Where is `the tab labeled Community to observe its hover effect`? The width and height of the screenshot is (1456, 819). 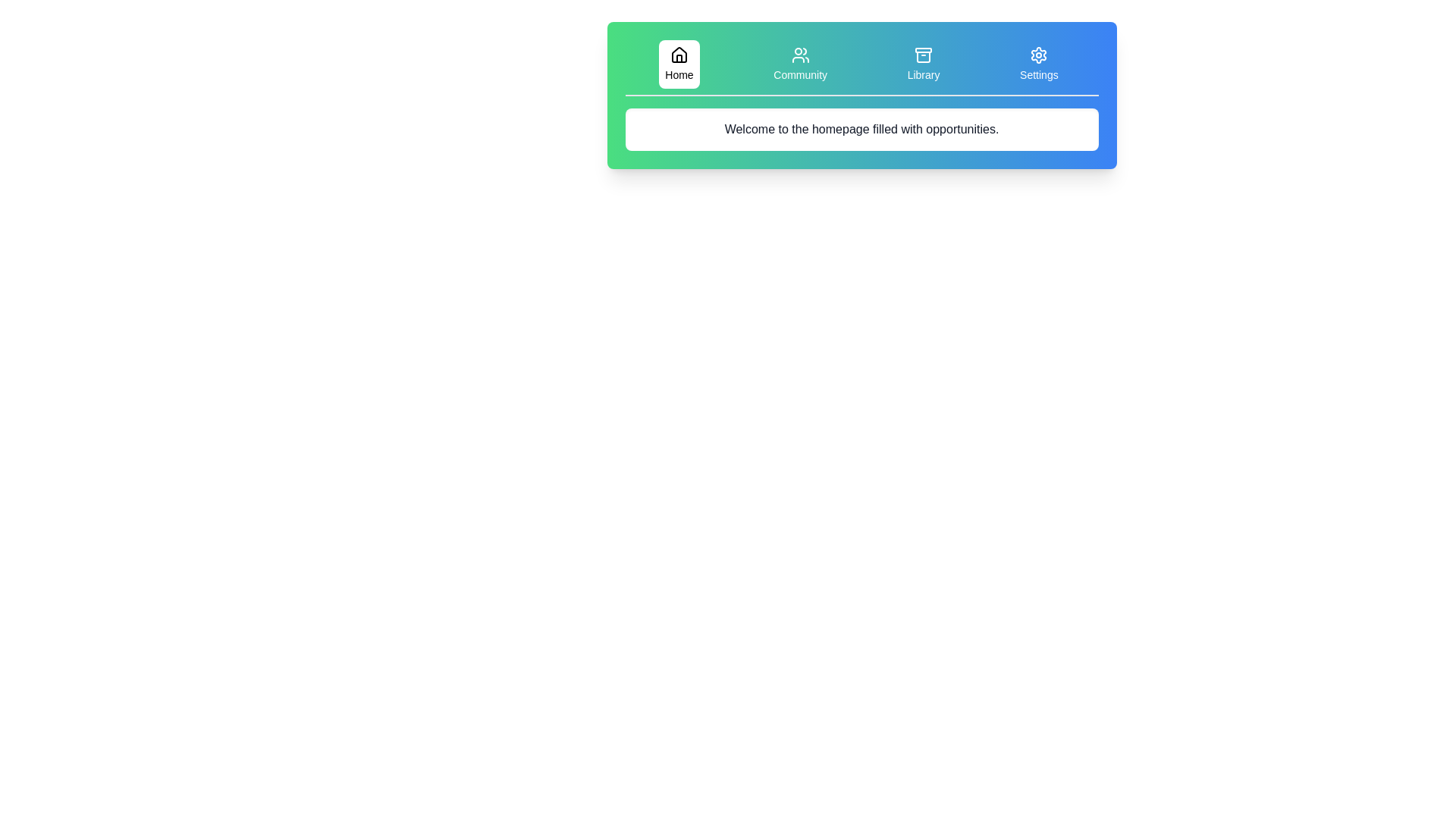
the tab labeled Community to observe its hover effect is located at coordinates (799, 63).